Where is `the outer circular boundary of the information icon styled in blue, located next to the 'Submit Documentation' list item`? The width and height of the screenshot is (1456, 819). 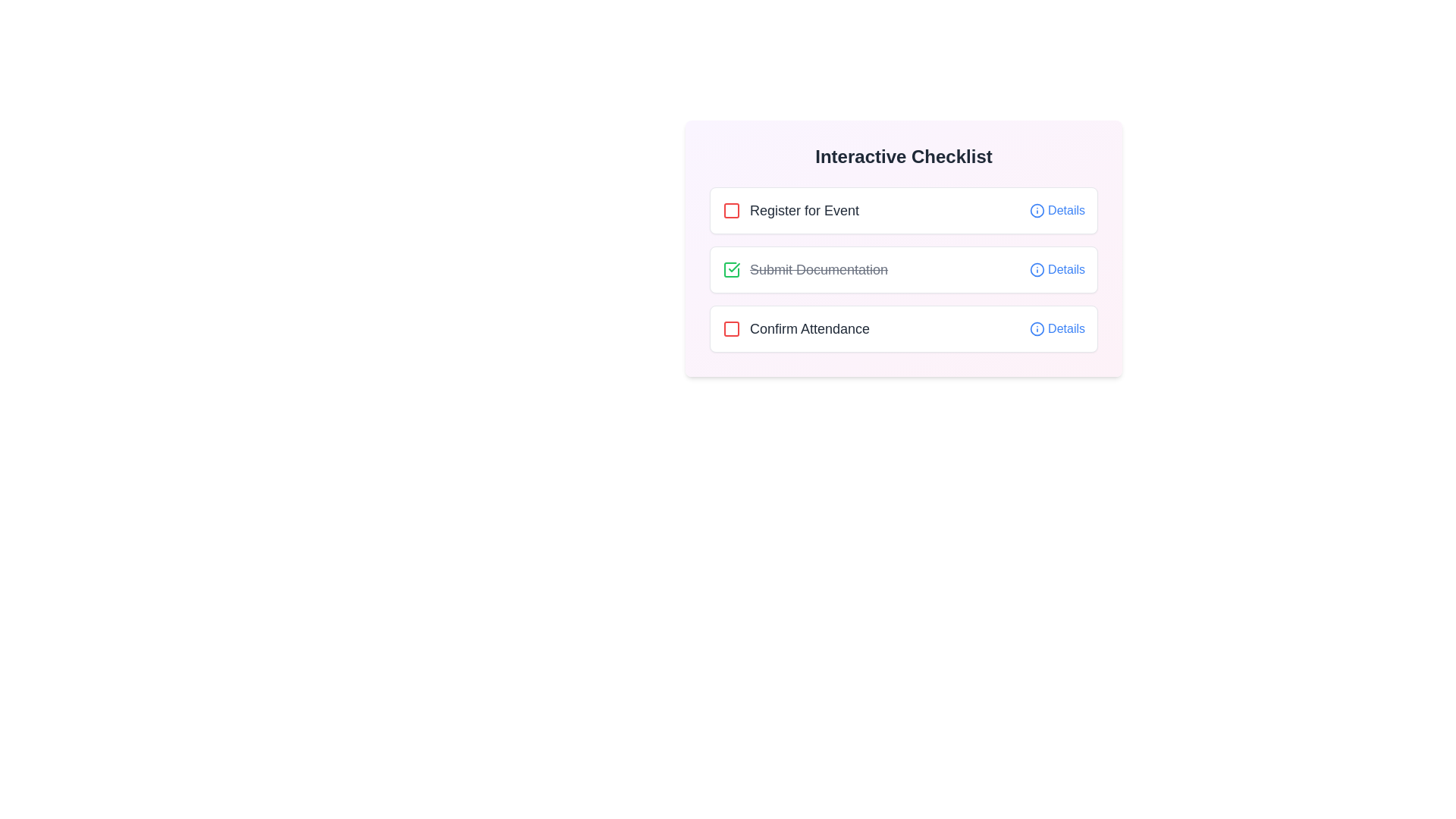 the outer circular boundary of the information icon styled in blue, located next to the 'Submit Documentation' list item is located at coordinates (1037, 210).